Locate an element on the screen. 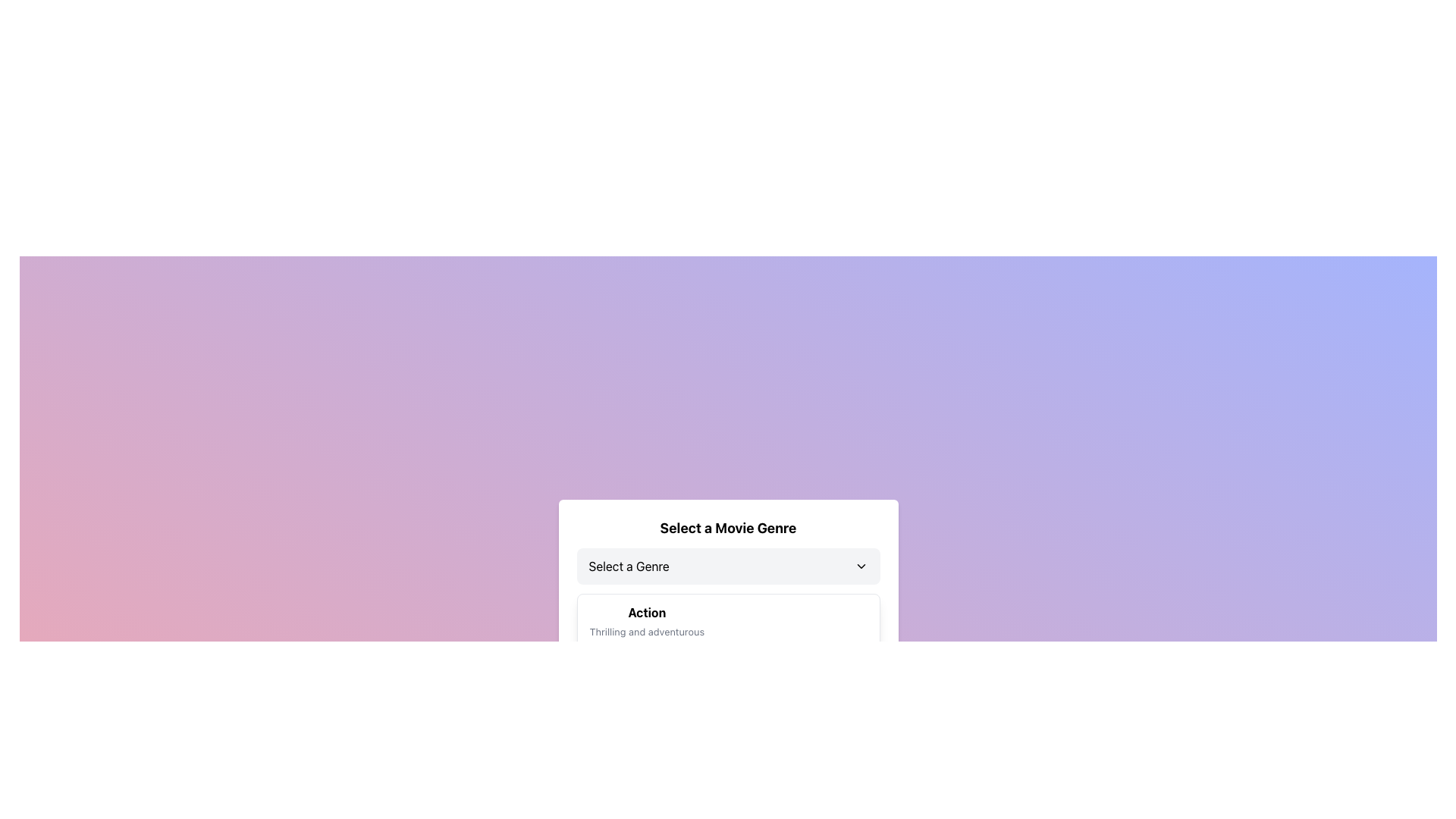 This screenshot has width=1456, height=819. the Menu Item element that has a white background with rounded corners, containing the title 'Action' and description 'Thrilling and adventurous', located beneath the 'Select a Genre' button is located at coordinates (728, 704).